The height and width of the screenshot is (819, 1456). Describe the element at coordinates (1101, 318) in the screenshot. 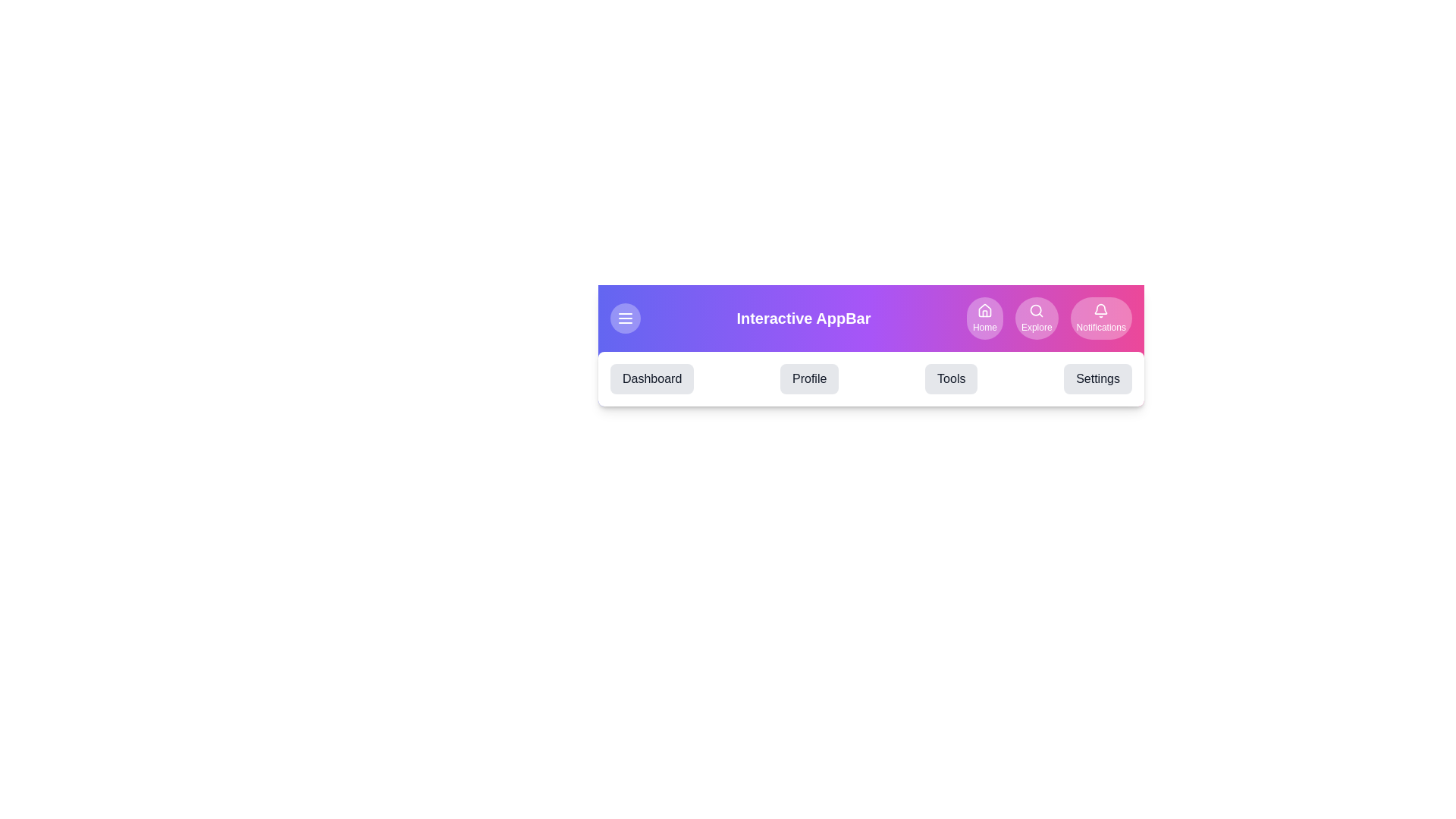

I see `the Notifications button to navigate to the respective section` at that location.